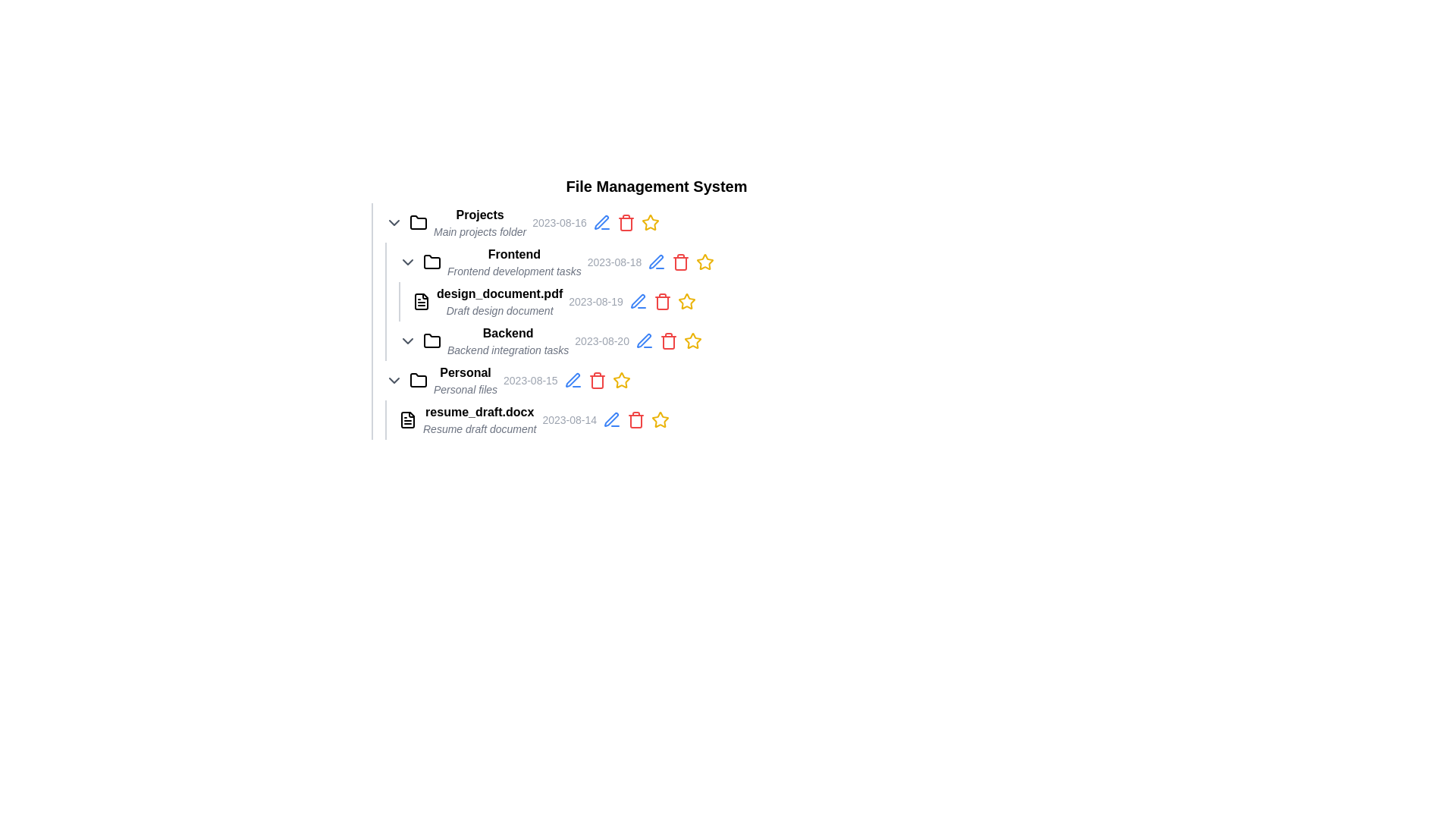 This screenshot has width=1456, height=819. What do you see at coordinates (650, 222) in the screenshot?
I see `the yellow star icon` at bounding box center [650, 222].